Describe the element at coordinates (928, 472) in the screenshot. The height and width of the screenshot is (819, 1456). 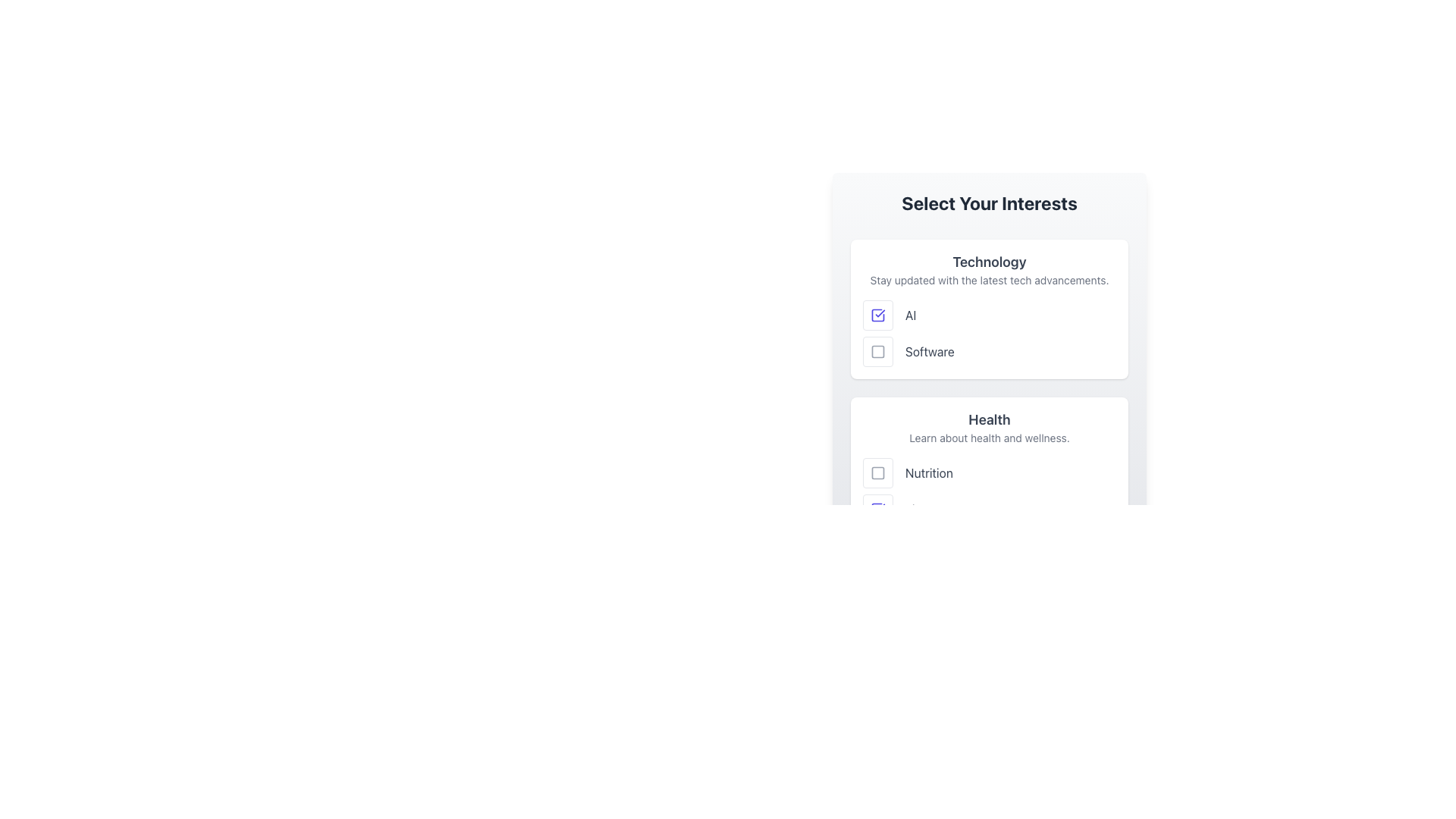
I see `the 'Nutrition' text label styled in gray, located in the 'Select Your Interests' panel under the 'Health' section, positioned to the right of a checkbox icon` at that location.